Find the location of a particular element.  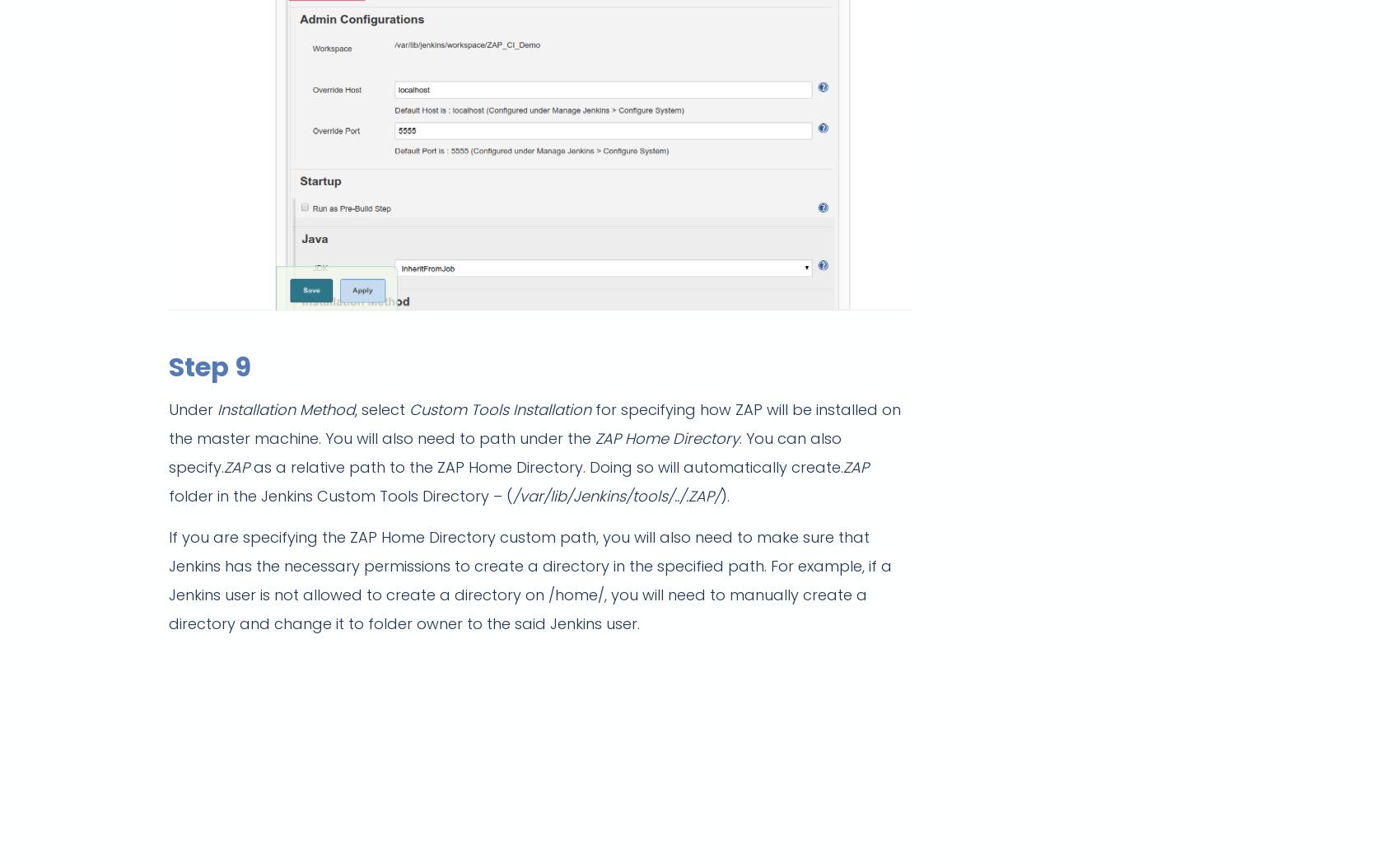

'If you are specifying the ZAP Home Directory custom path, you will also need to make sure that Jenkins has the necessary permissions to create a directory in the specified path. For example, if a Jenkins user is not allowed to create a directory on /home/, you will need to manually create a directory and change it to folder owner to the said Jenkins user.' is located at coordinates (530, 579).